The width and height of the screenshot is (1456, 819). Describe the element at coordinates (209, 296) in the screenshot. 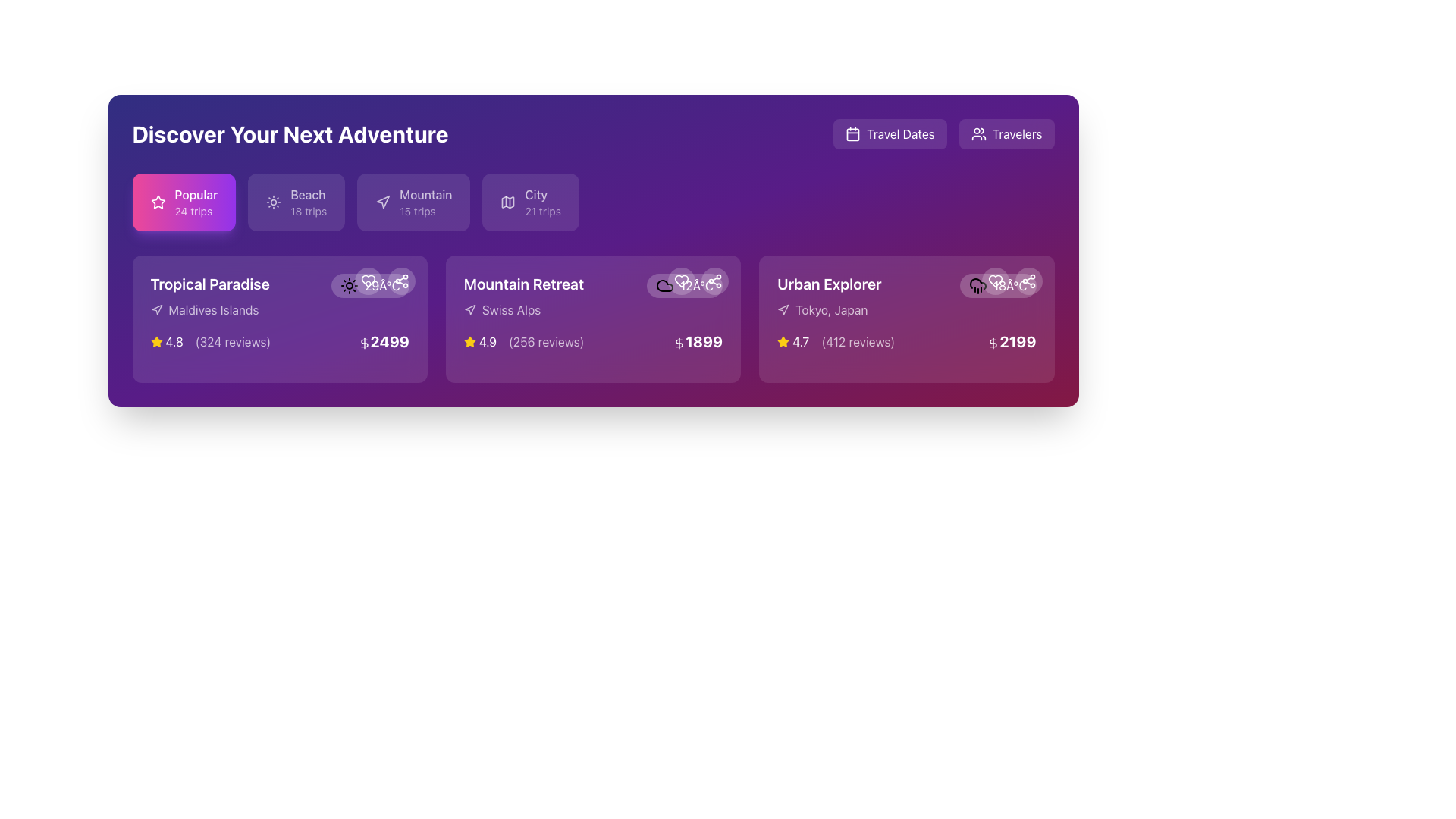

I see `the content of the 'Tropical Paradise' text information block with the accompanying location marker icon` at that location.